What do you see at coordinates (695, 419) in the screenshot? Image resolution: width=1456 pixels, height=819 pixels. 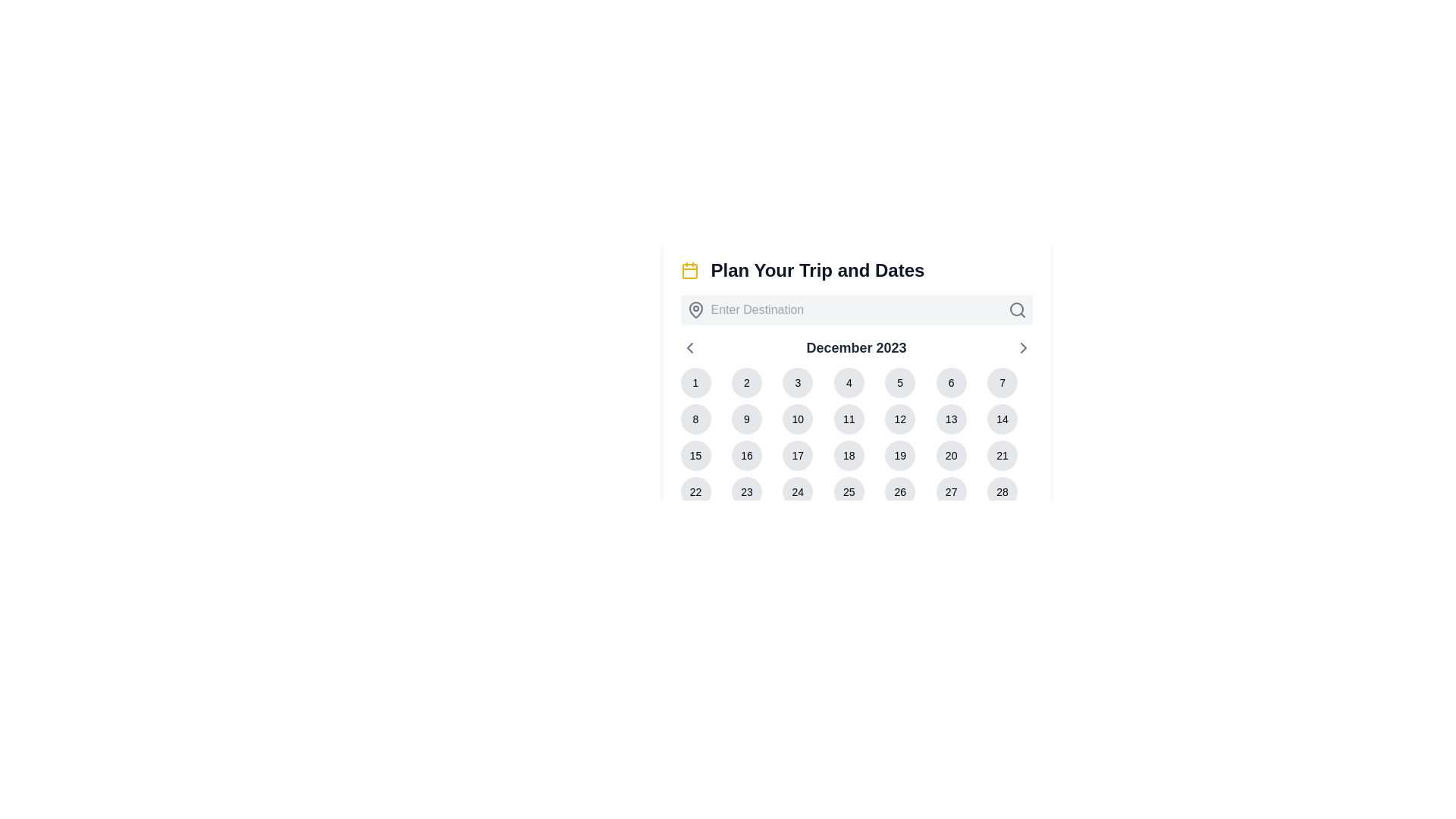 I see `the circular button with a light gray background and the number '8'` at bounding box center [695, 419].